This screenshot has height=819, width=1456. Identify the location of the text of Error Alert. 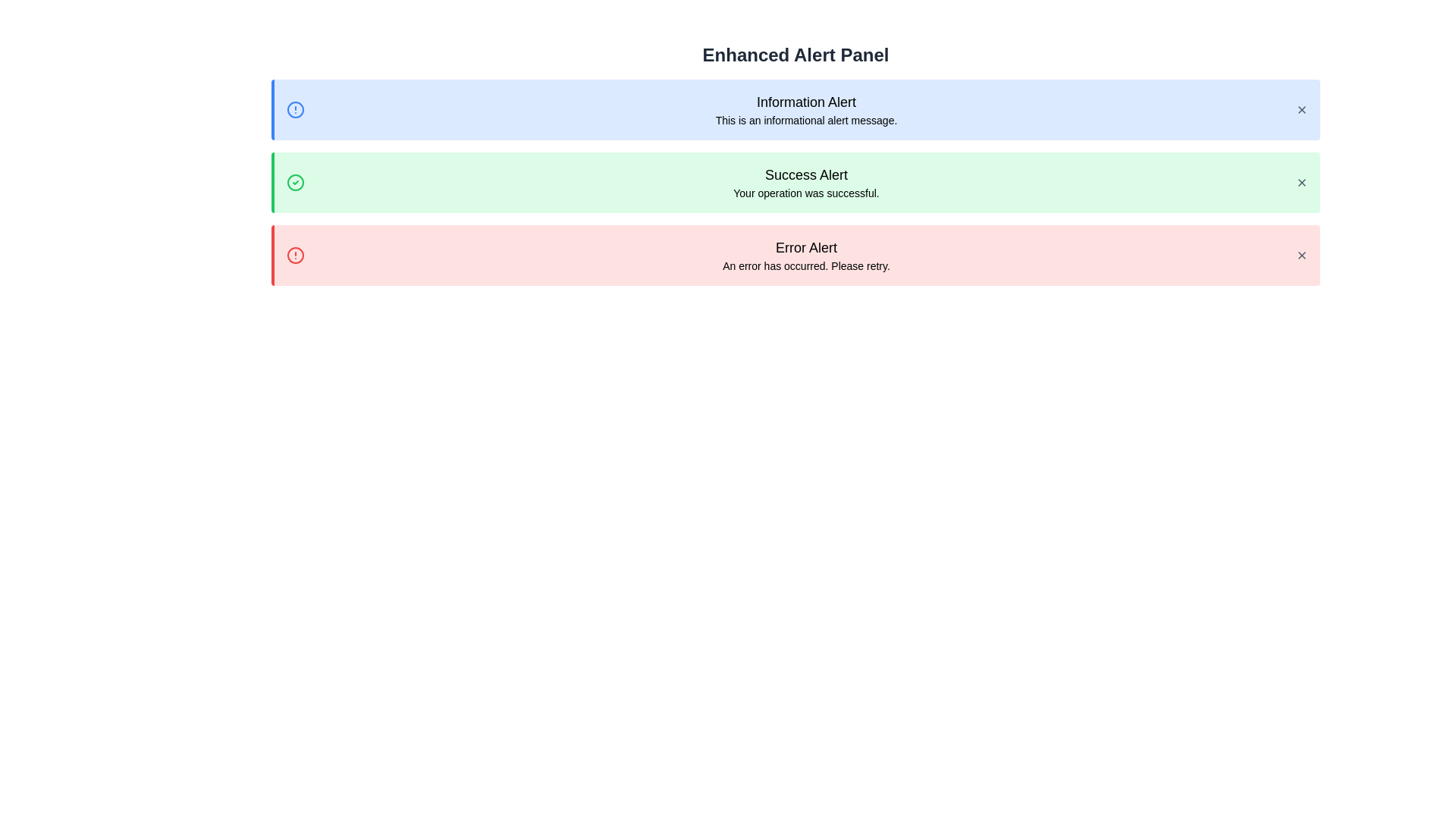
(795, 247).